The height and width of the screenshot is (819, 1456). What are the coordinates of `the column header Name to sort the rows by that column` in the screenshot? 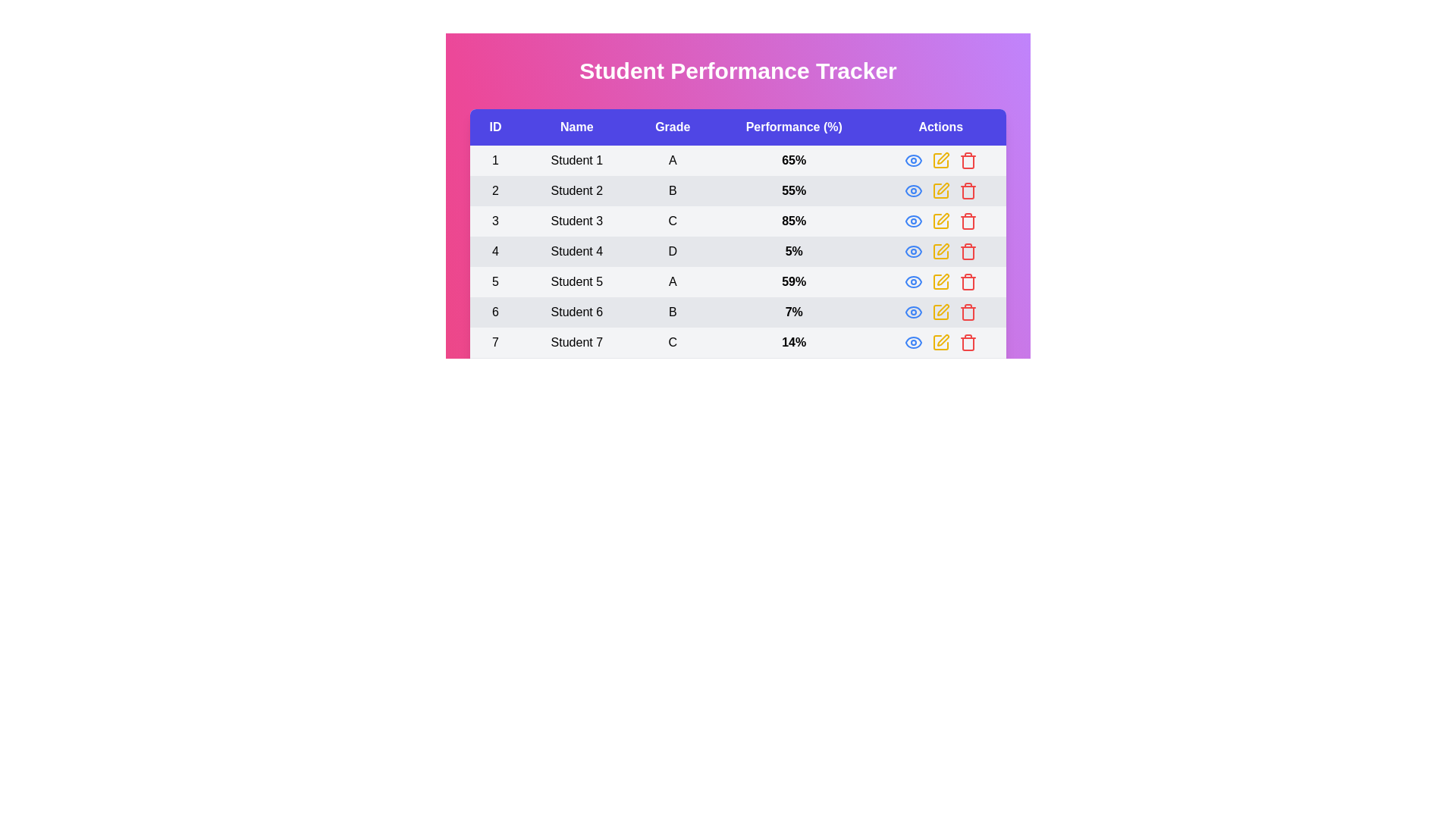 It's located at (576, 127).